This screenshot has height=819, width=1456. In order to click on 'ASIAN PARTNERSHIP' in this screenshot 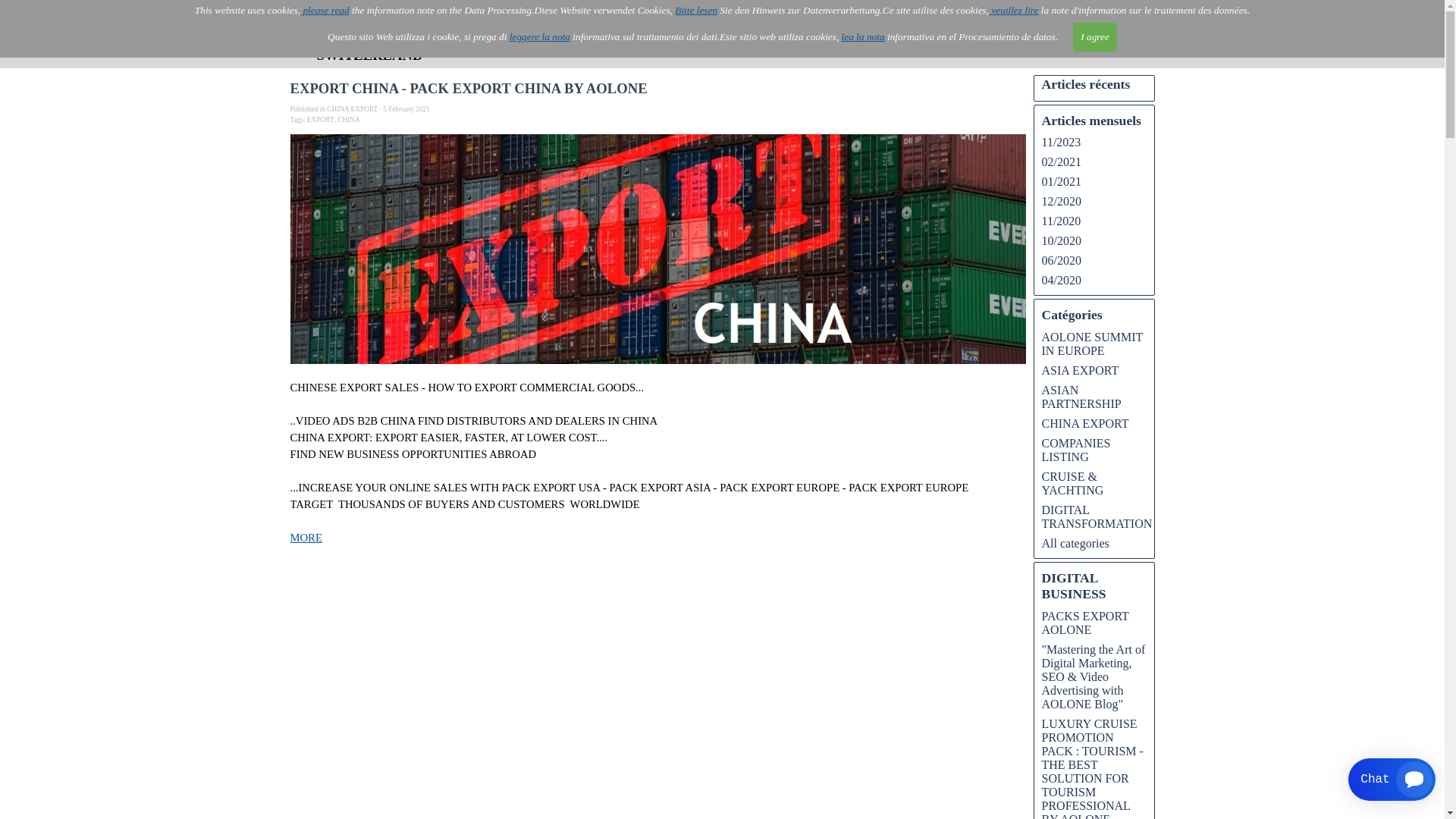, I will do `click(1081, 396)`.